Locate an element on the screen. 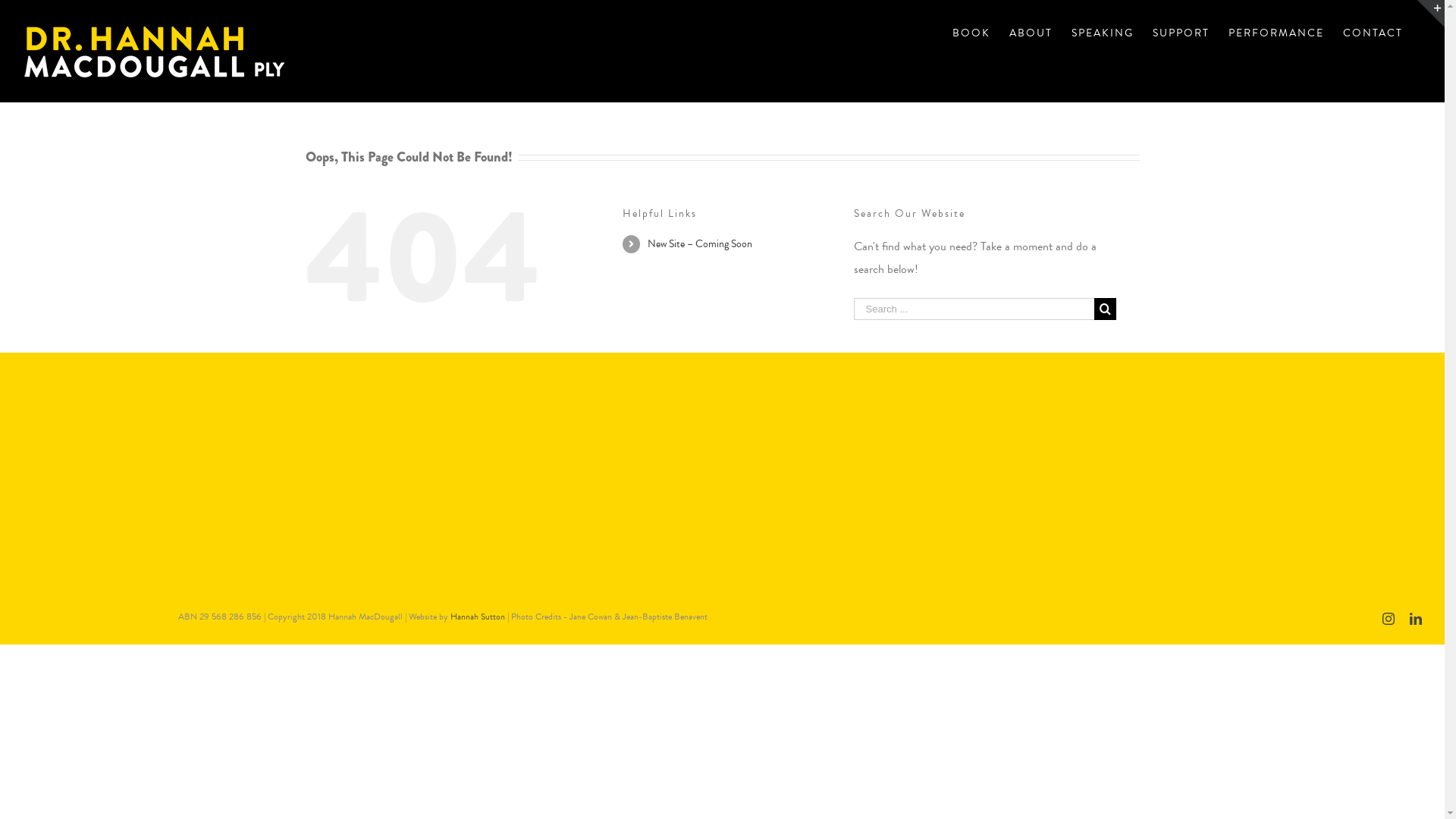 This screenshot has width=1456, height=819. 'SUPPORT' is located at coordinates (1153, 32).